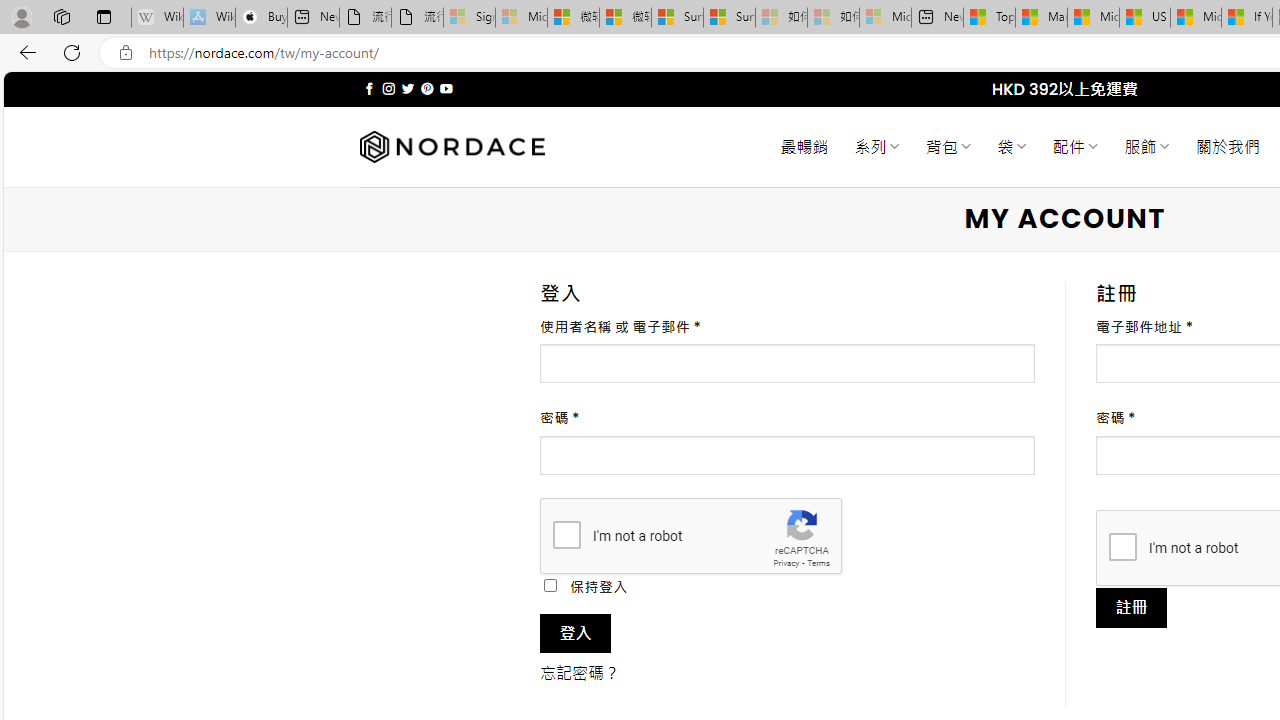 This screenshot has height=720, width=1280. What do you see at coordinates (520, 17) in the screenshot?
I see `'Microsoft Services Agreement - Sleeping'` at bounding box center [520, 17].